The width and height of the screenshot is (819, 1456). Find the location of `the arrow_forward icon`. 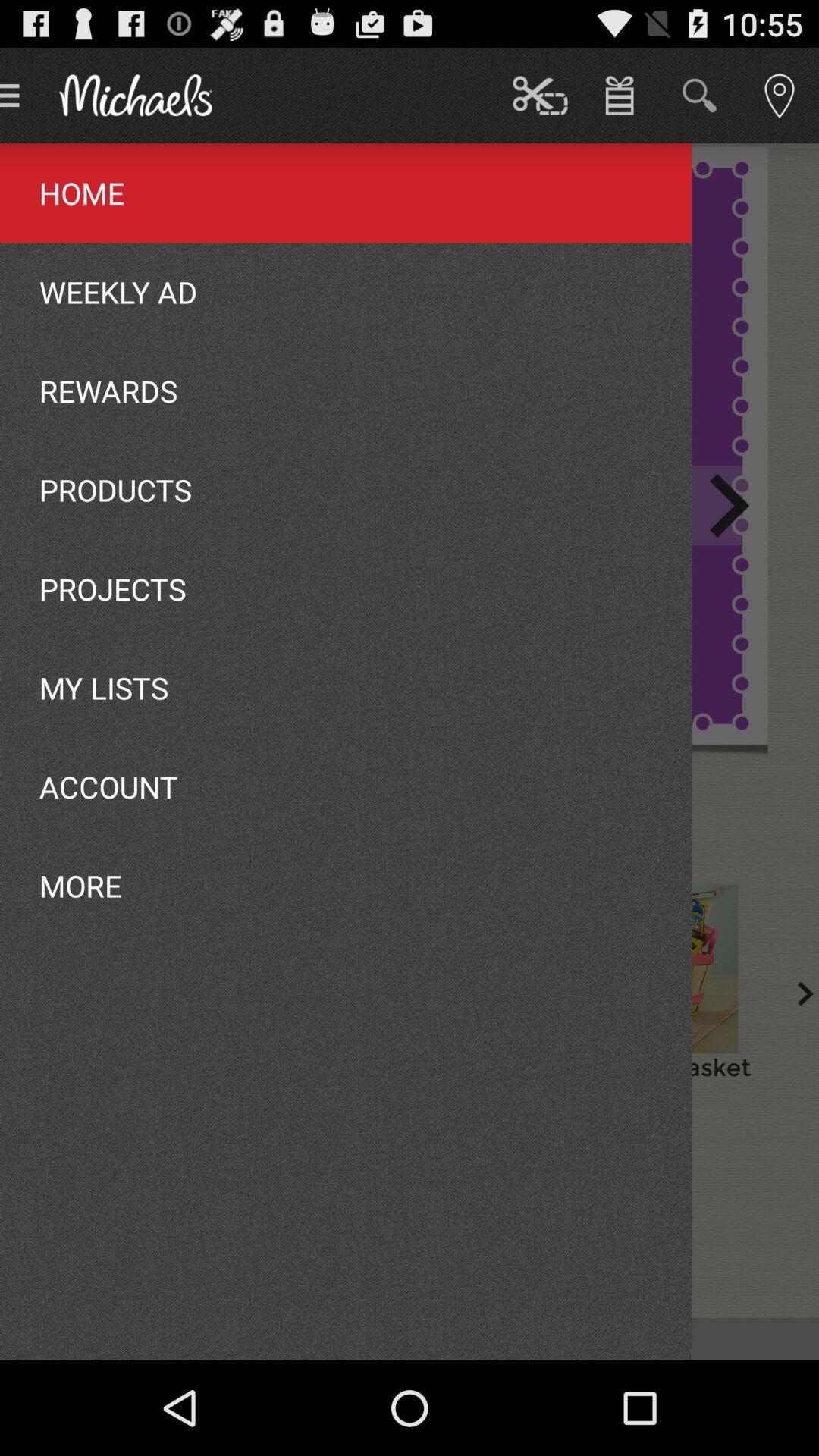

the arrow_forward icon is located at coordinates (727, 541).